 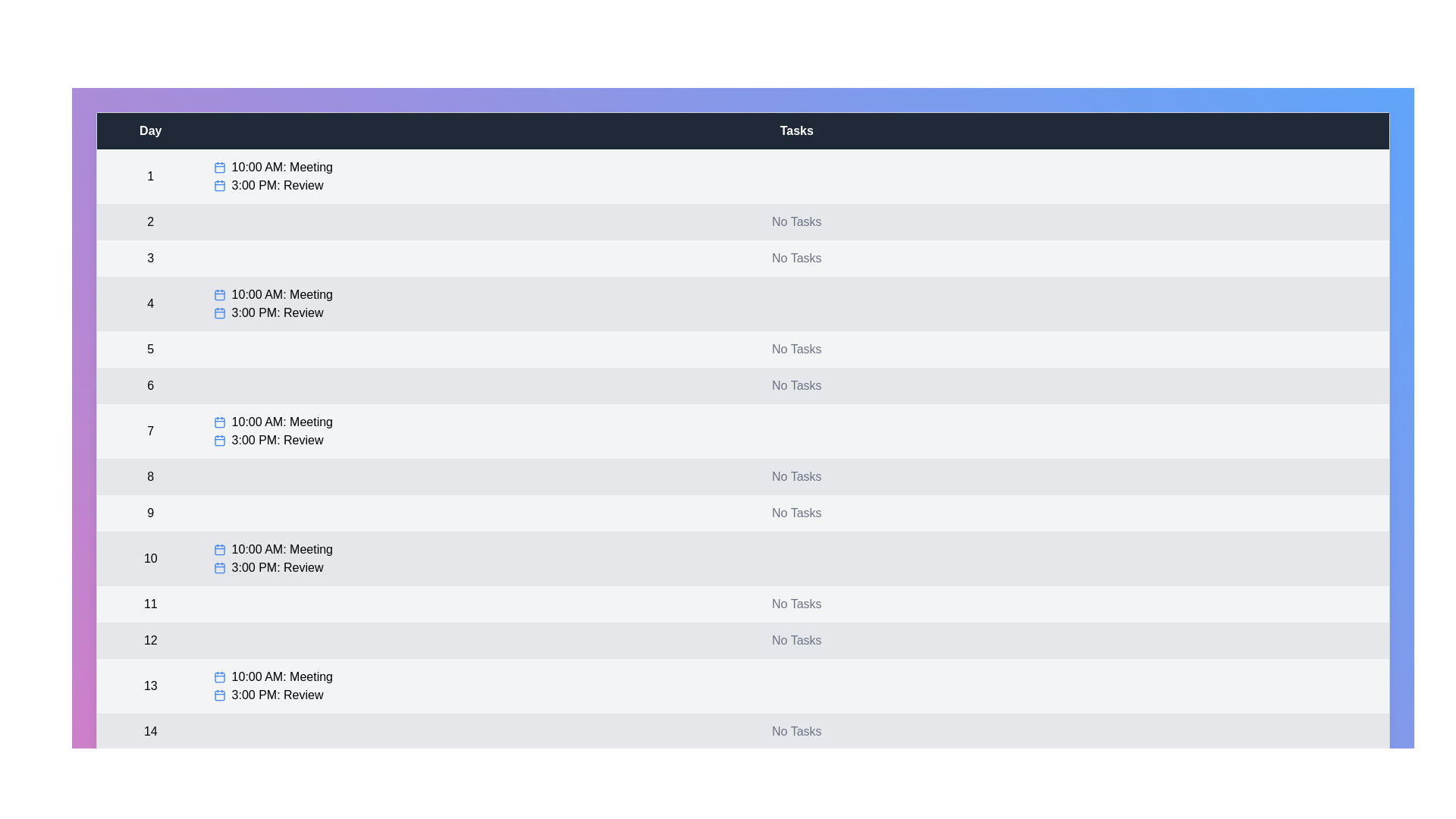 I want to click on the calendar icon next to the task for day 4, so click(x=218, y=295).